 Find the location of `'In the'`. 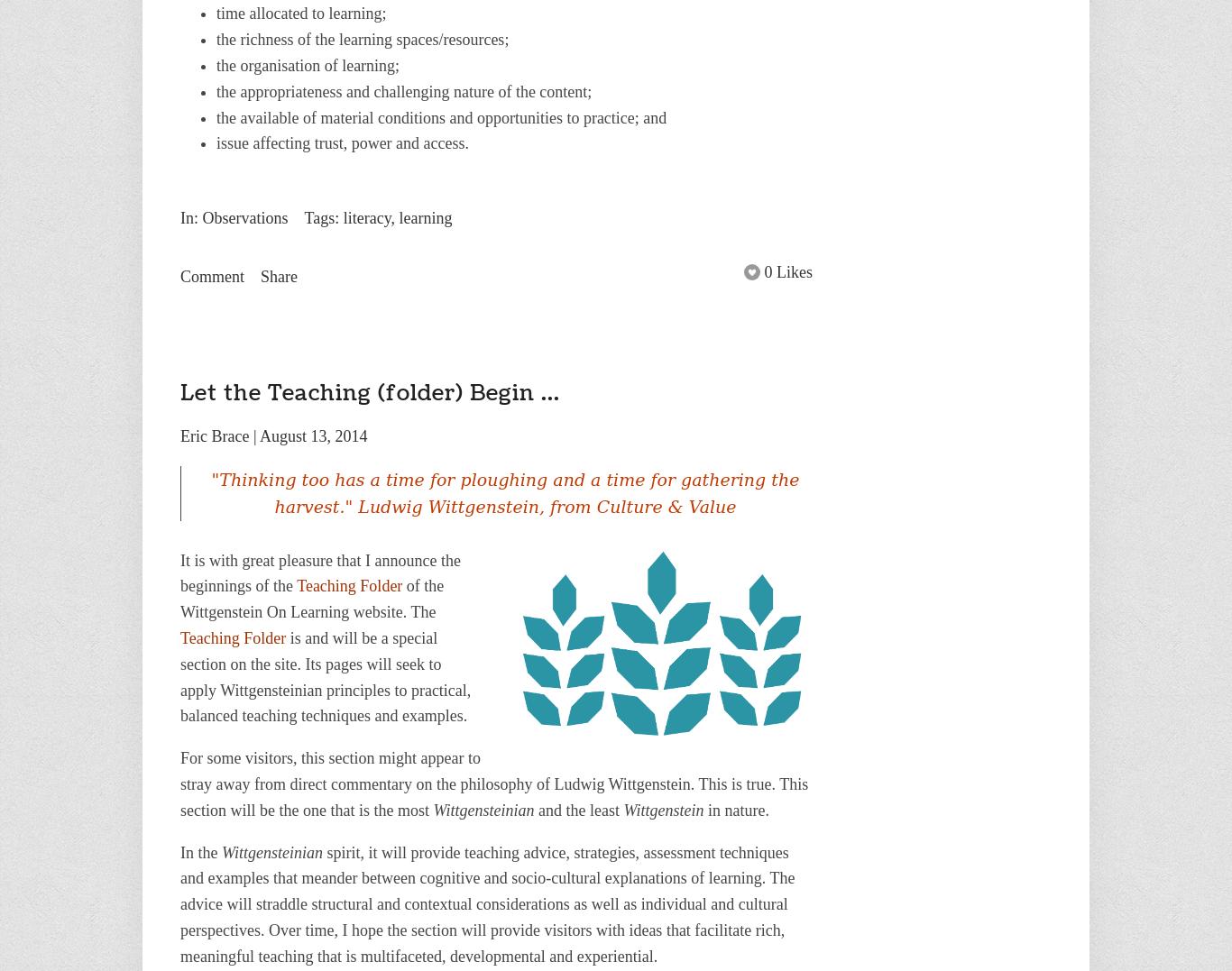

'In the' is located at coordinates (199, 850).